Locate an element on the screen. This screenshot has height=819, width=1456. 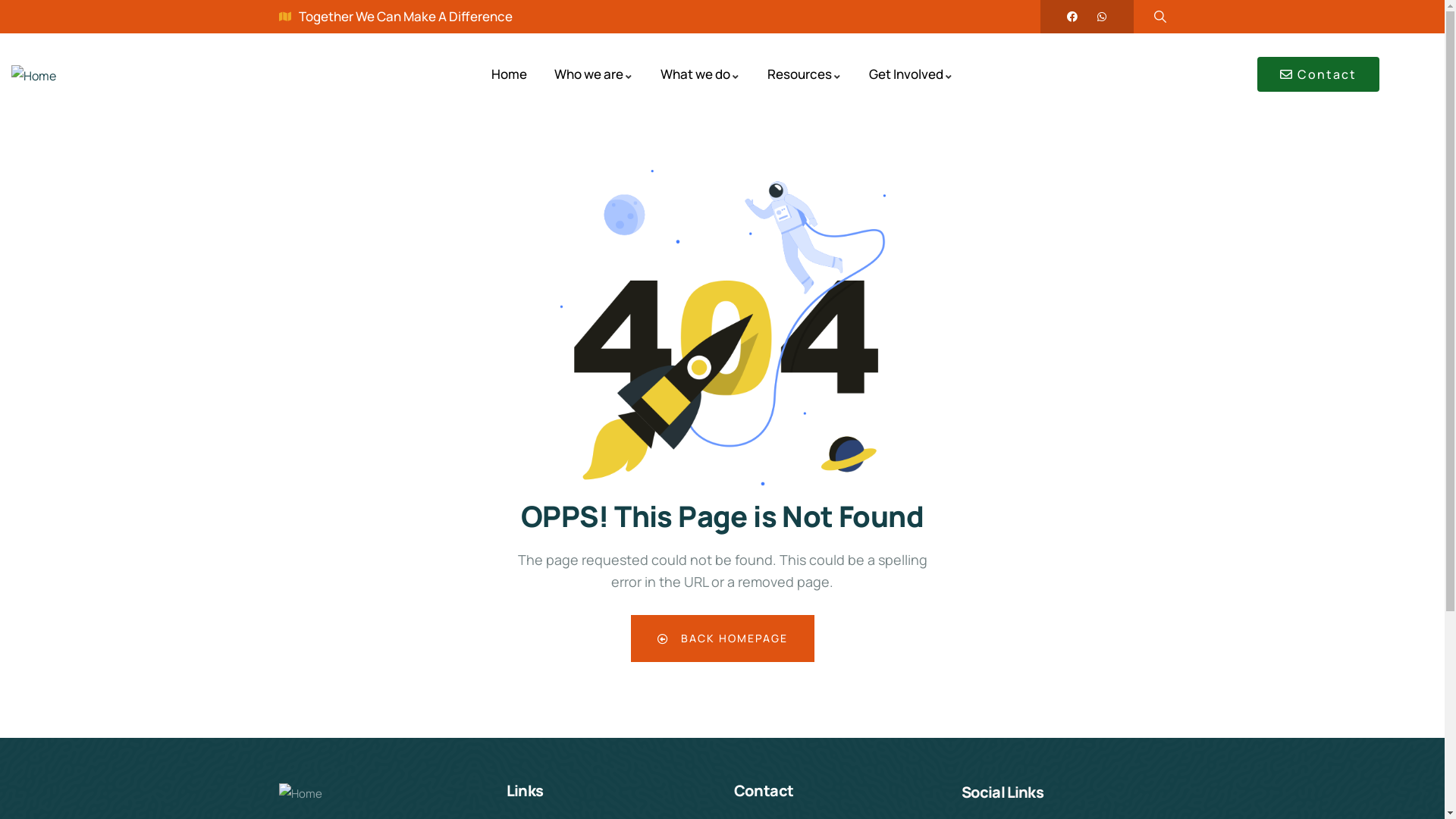
'Contact' is located at coordinates (1257, 74).